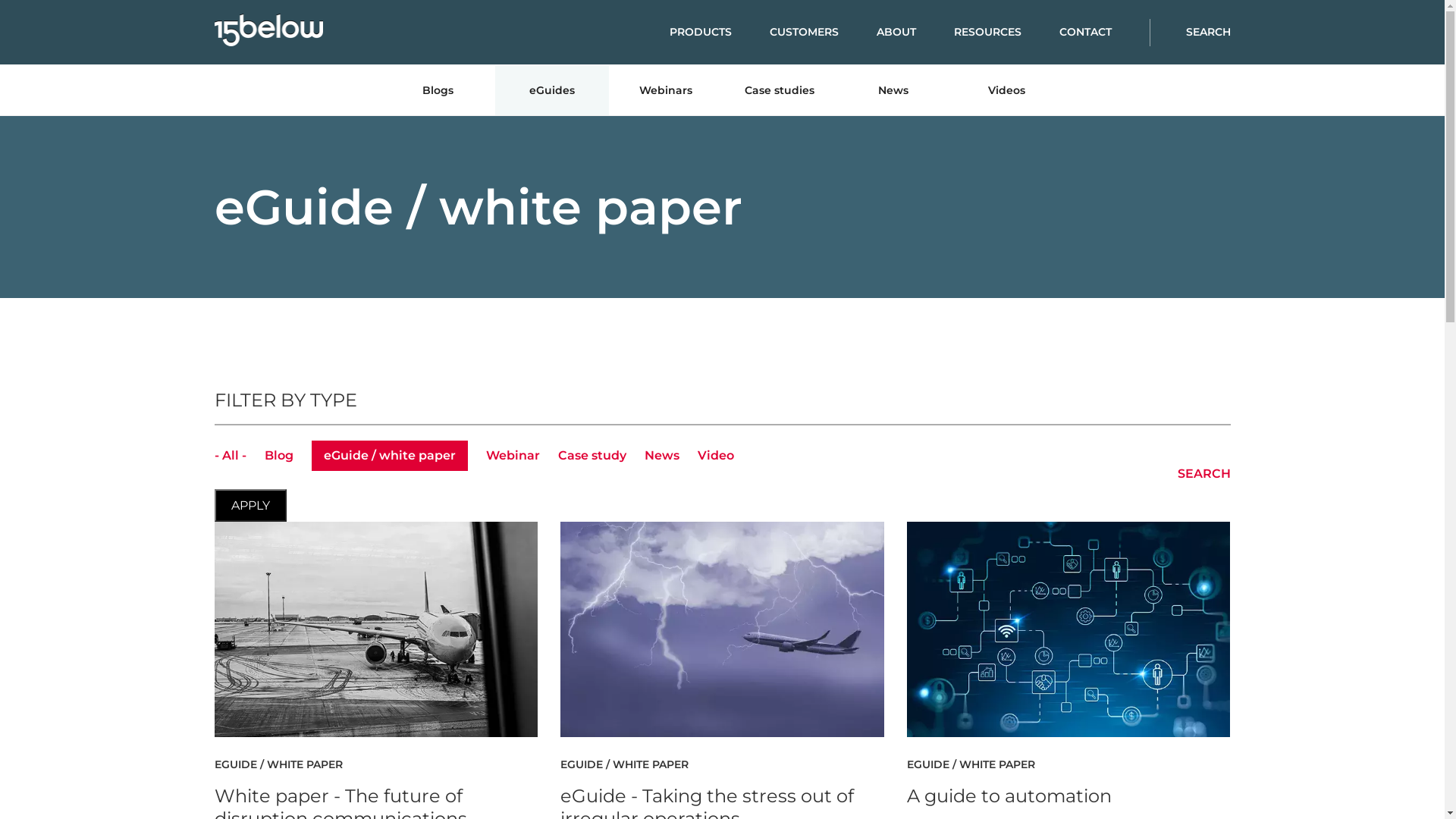  I want to click on 'Webinars', so click(665, 90).